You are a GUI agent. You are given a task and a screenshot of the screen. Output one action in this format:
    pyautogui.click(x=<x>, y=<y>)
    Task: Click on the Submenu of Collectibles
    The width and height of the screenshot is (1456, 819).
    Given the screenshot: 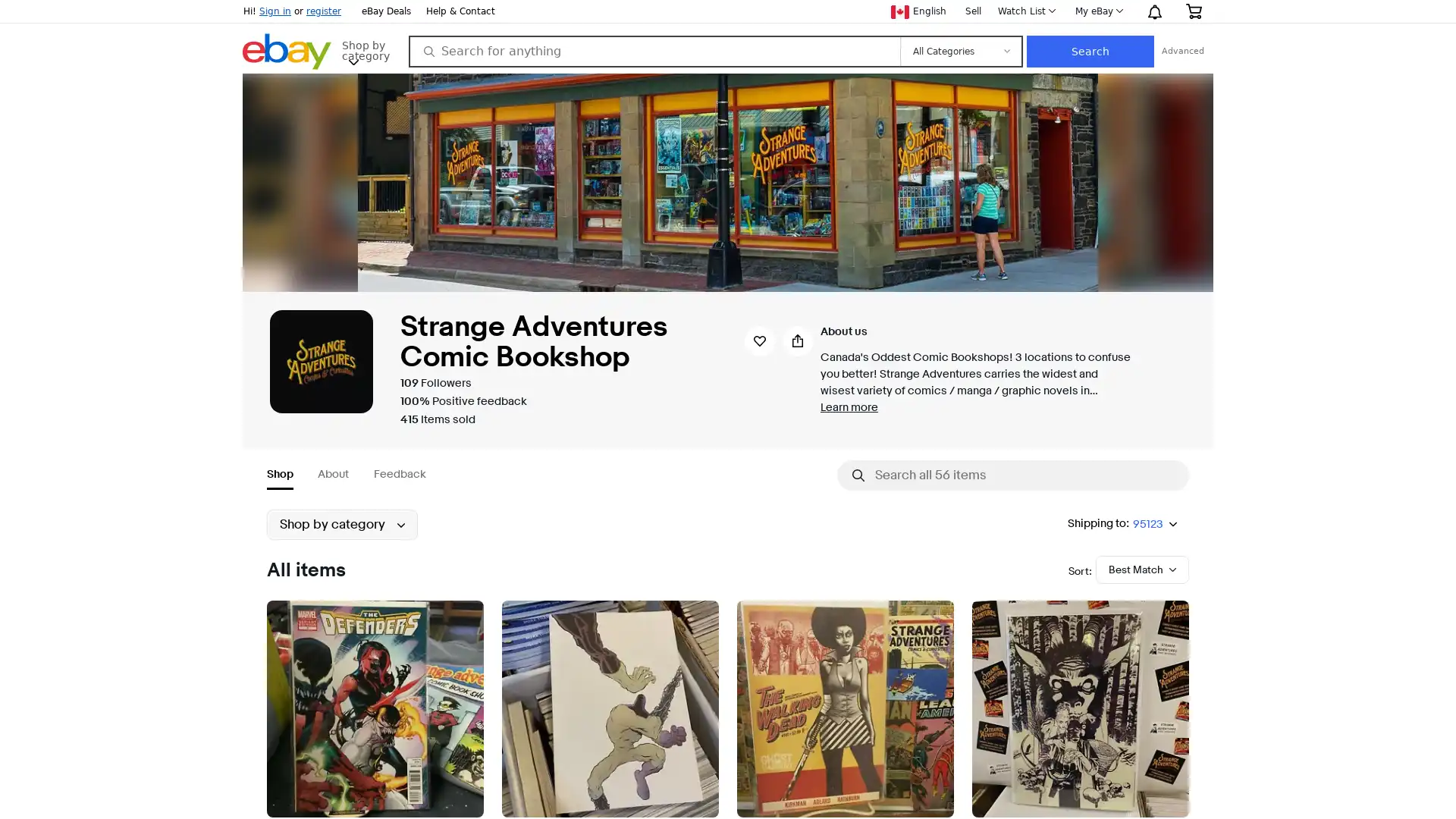 What is the action you would take?
    pyautogui.click(x=232, y=601)
    